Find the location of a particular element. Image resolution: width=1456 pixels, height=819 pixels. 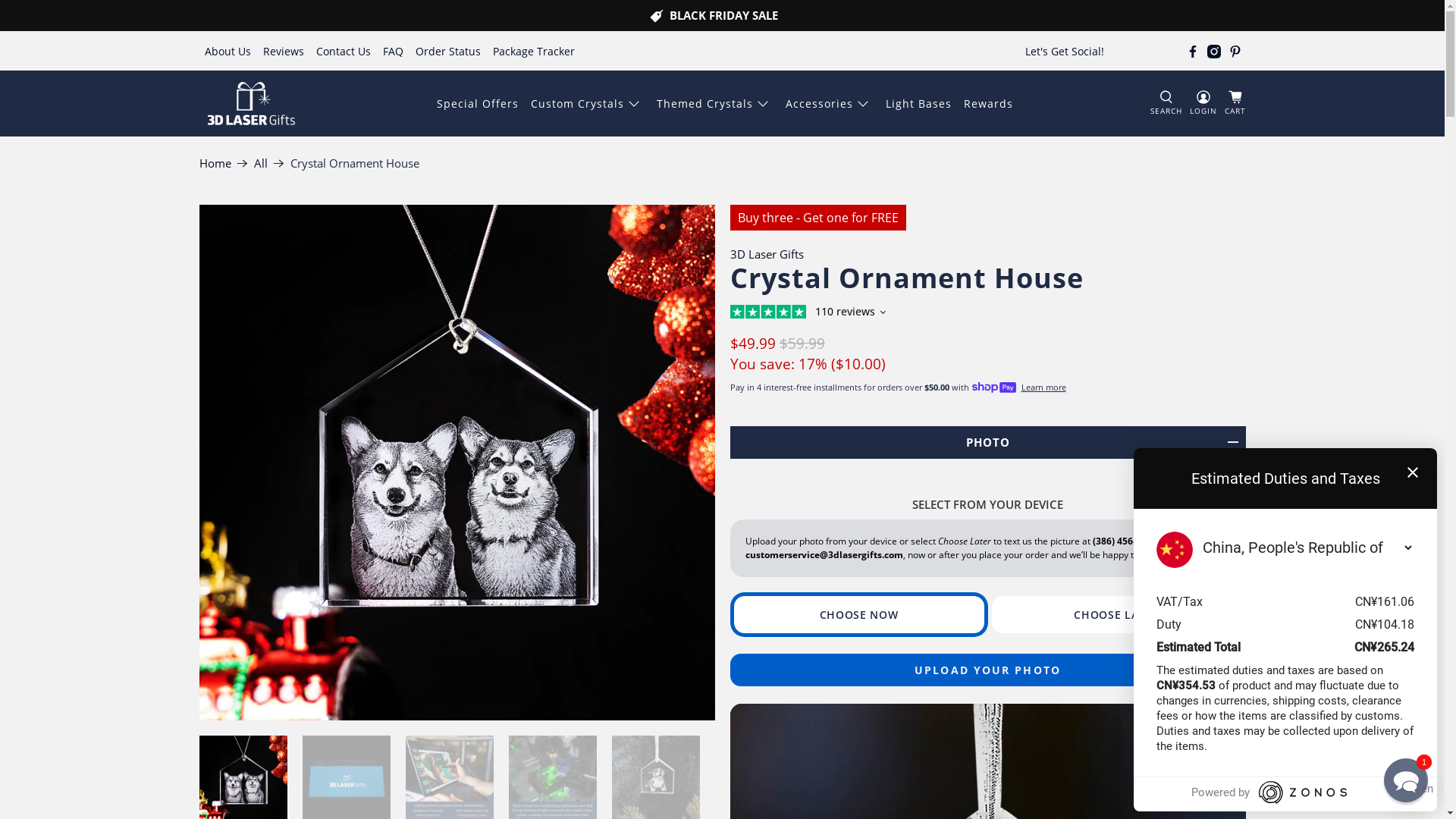

'Themed Crystals' is located at coordinates (714, 102).